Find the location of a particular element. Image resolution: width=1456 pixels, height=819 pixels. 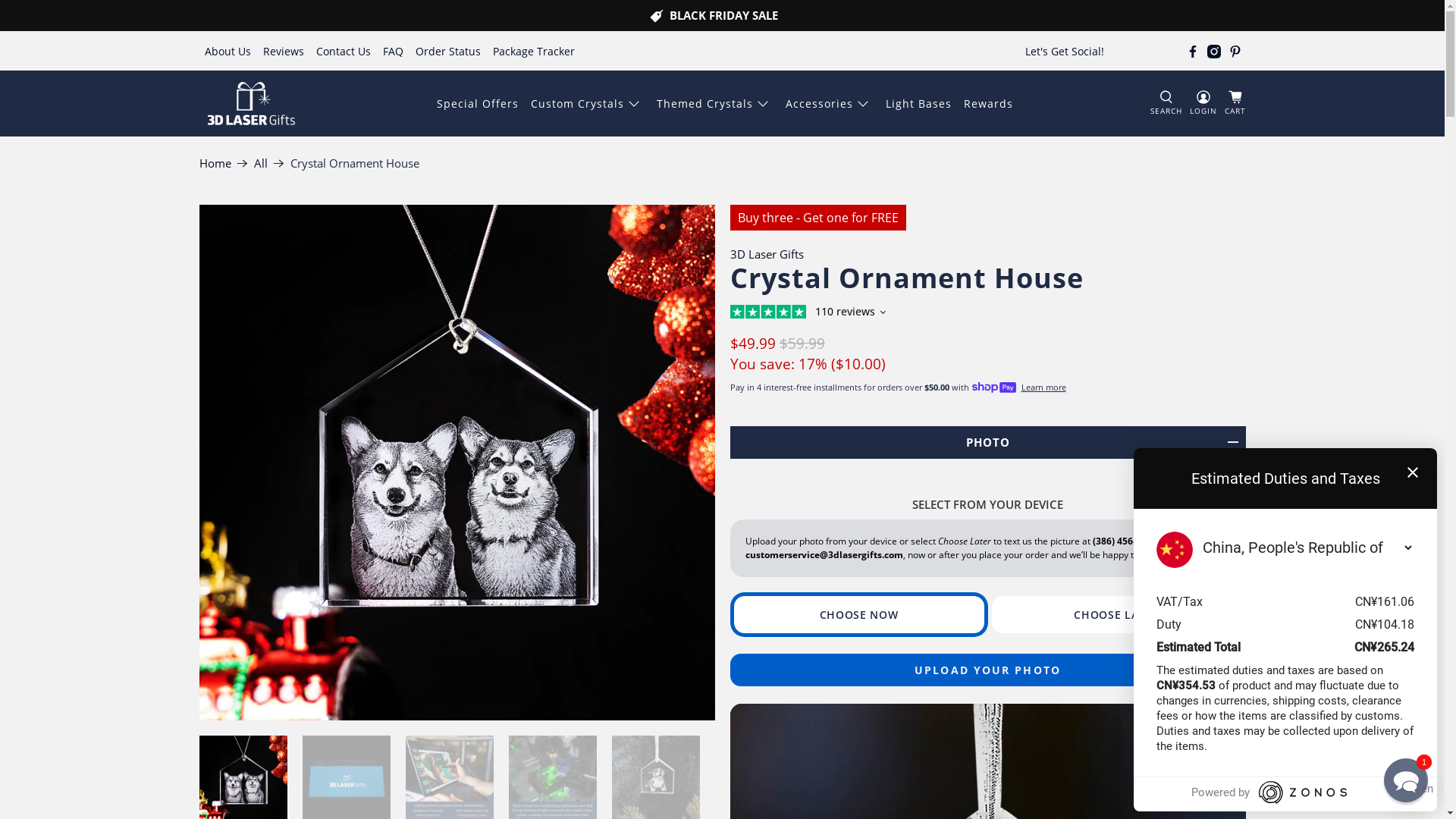

'Themed Crystals' is located at coordinates (714, 102).